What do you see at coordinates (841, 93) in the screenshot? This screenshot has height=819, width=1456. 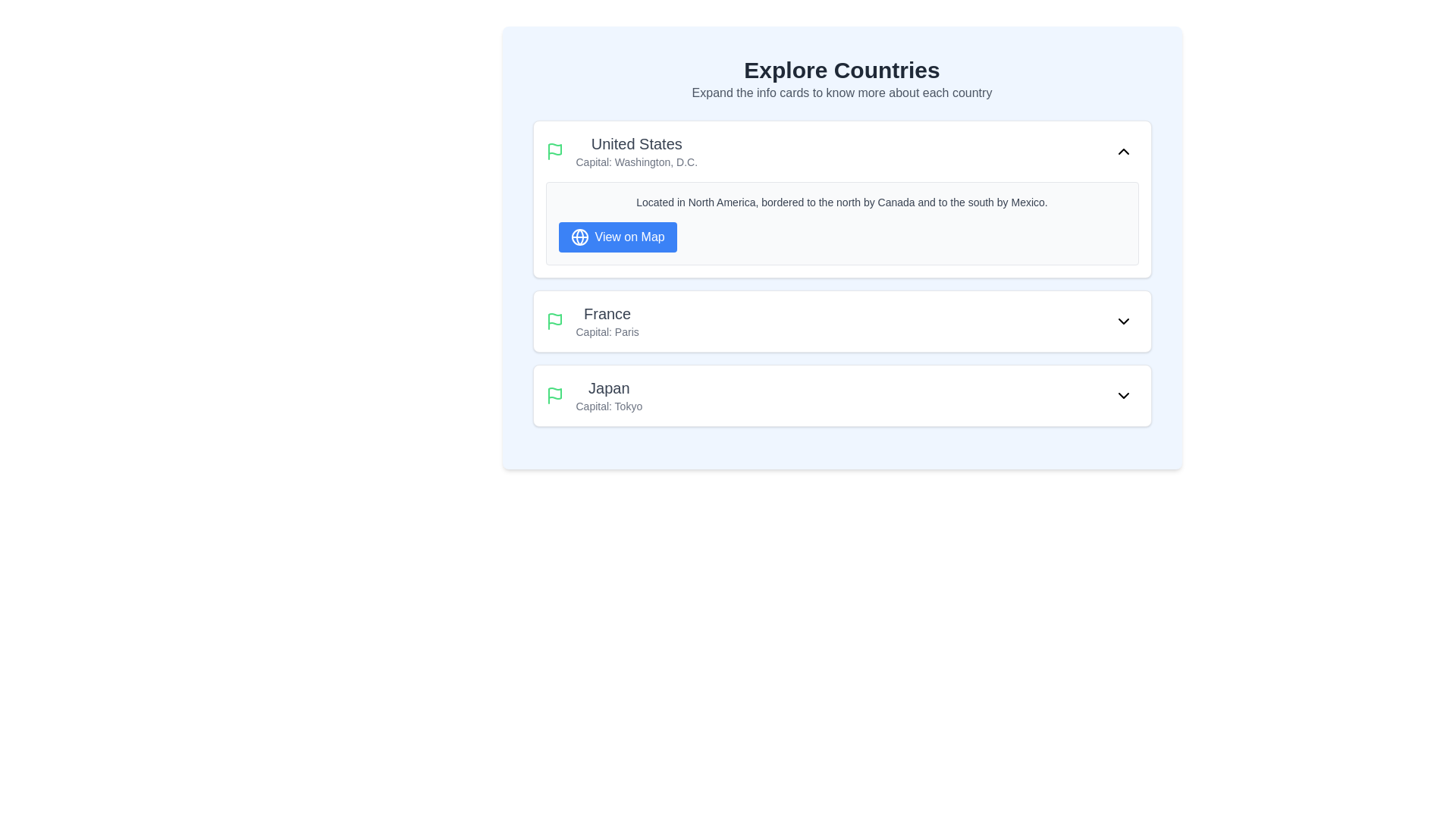 I see `the text label that reads 'Expand the info cards to know more about each country.' which is located directly beneath the 'Explore Countries' heading` at bounding box center [841, 93].